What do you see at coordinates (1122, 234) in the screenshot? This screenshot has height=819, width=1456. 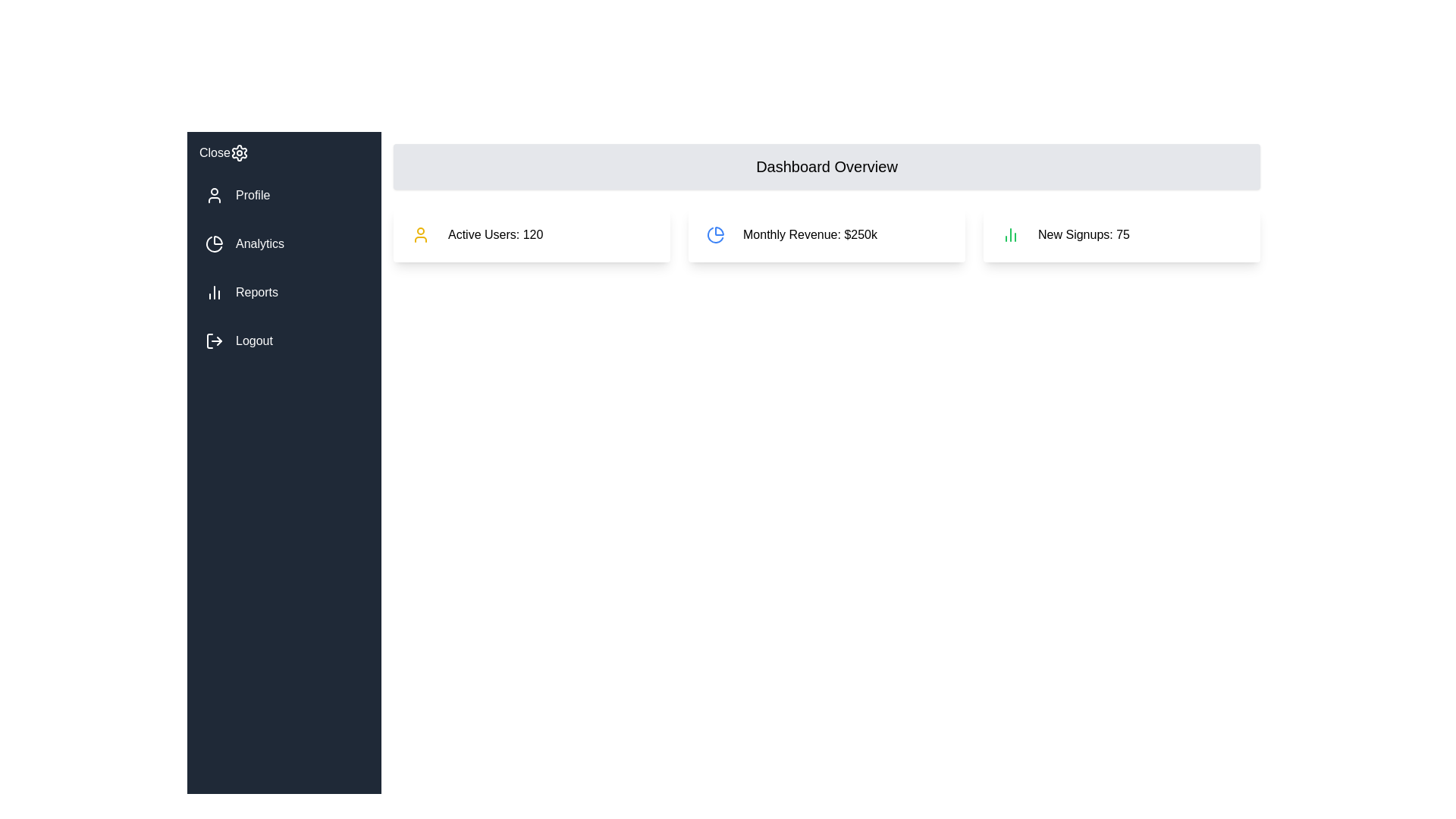 I see `the Informational Card displaying new user signups, which is the third card in a horizontal grid of three cards in the top-right corner of the visible area` at bounding box center [1122, 234].